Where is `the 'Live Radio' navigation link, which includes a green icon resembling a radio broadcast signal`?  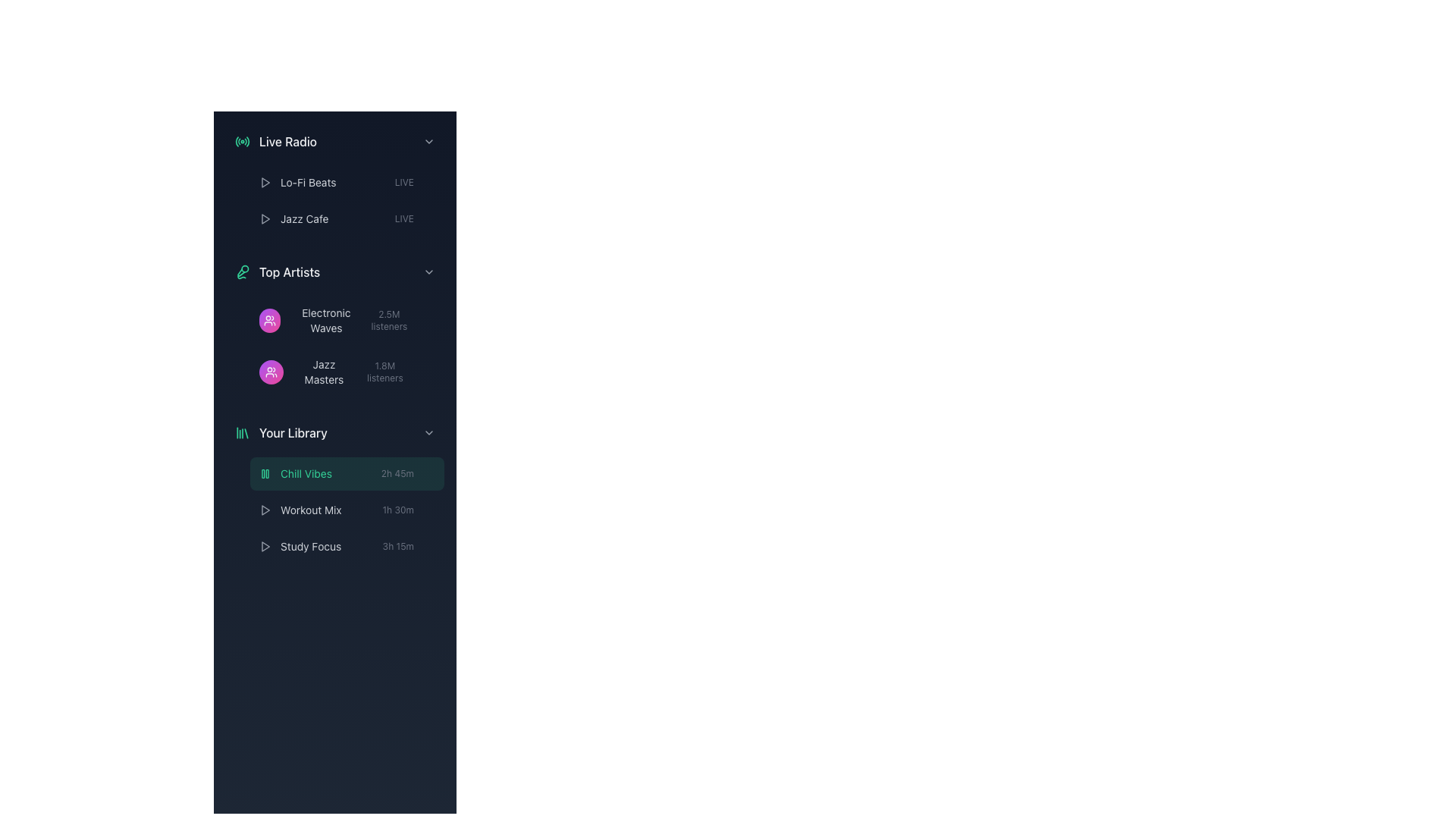 the 'Live Radio' navigation link, which includes a green icon resembling a radio broadcast signal is located at coordinates (276, 141).